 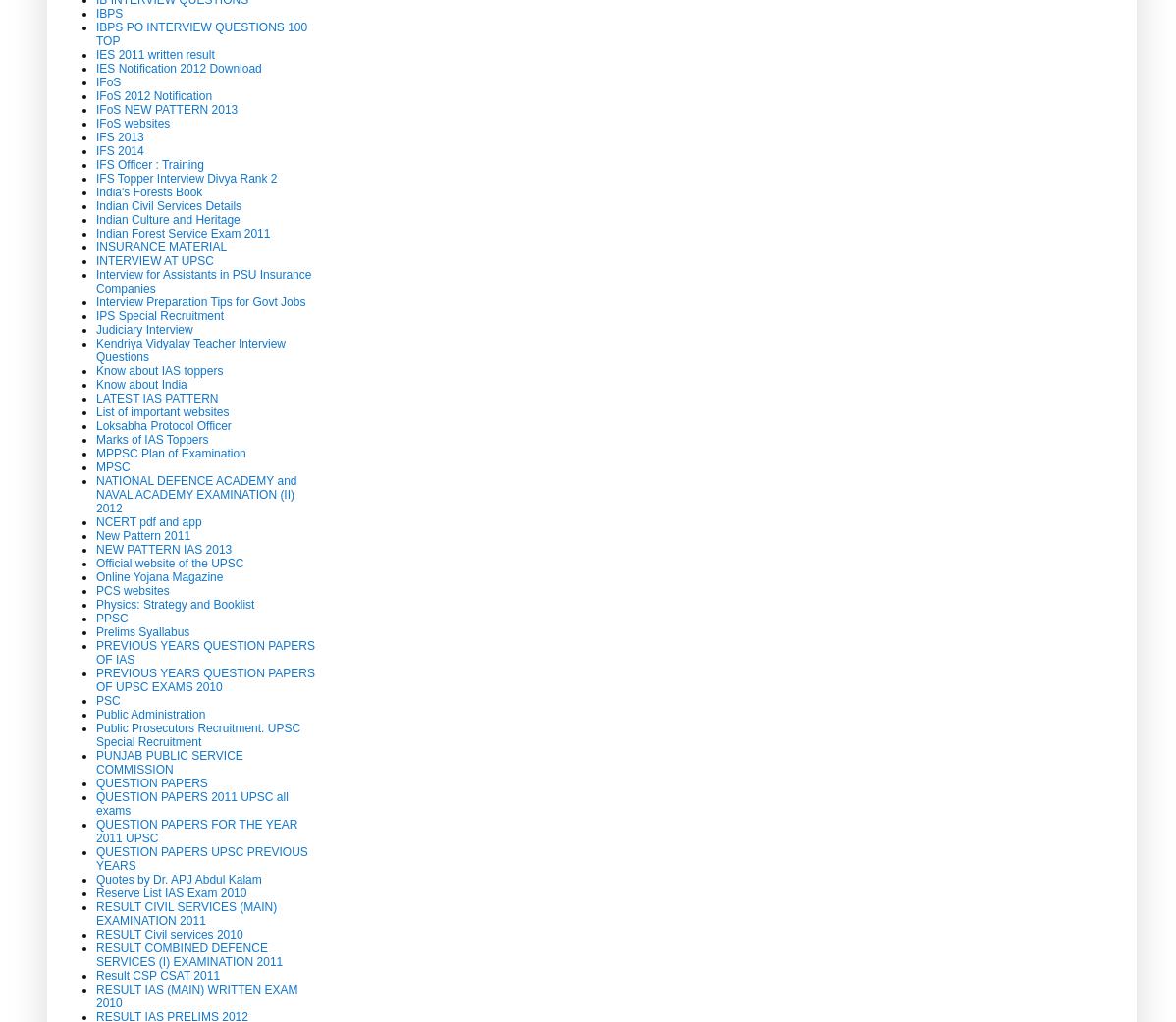 What do you see at coordinates (95, 423) in the screenshot?
I see `'Loksabha Protocol Officer'` at bounding box center [95, 423].